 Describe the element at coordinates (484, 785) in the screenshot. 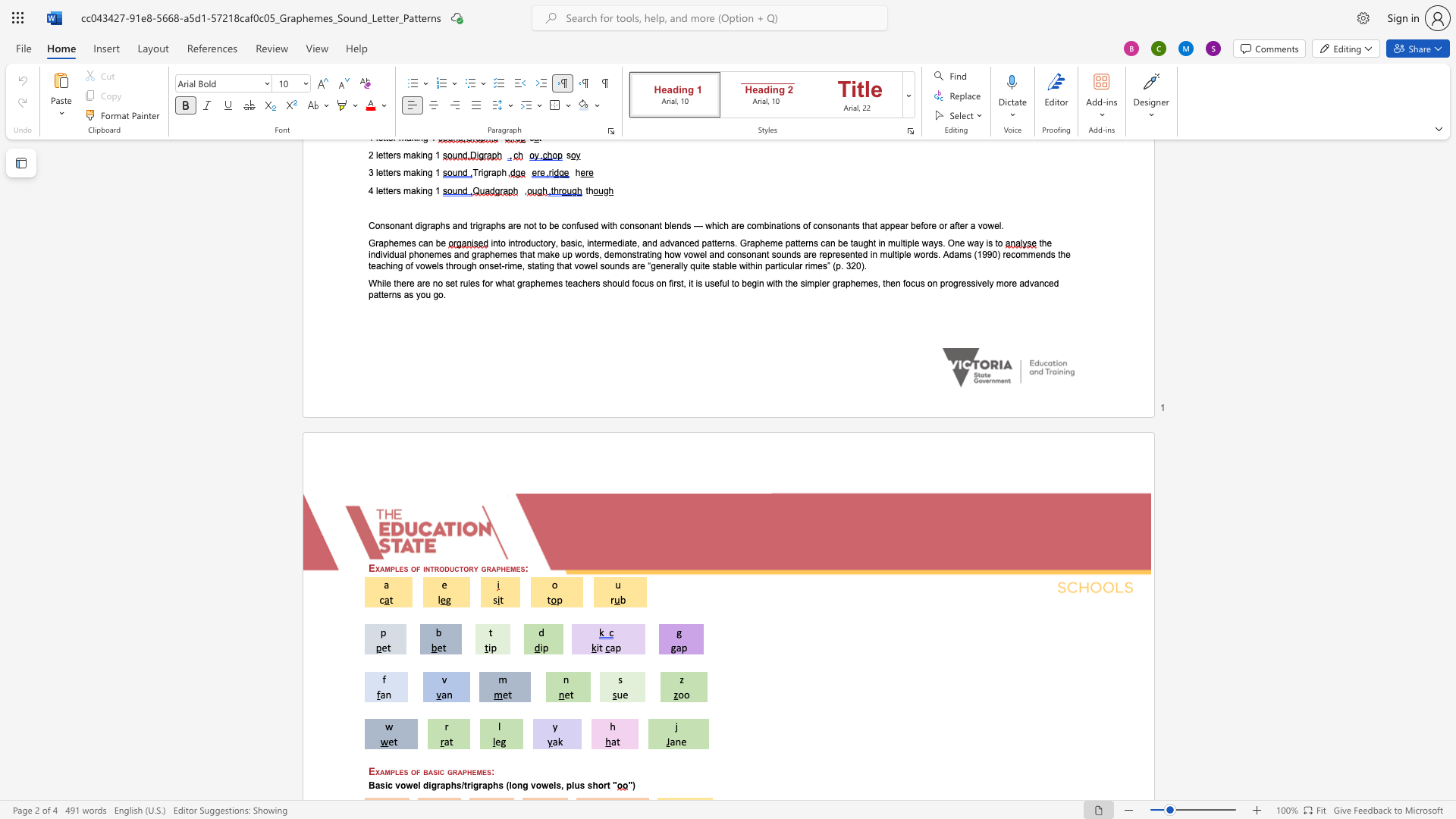

I see `the 3th character "a" in the text` at that location.